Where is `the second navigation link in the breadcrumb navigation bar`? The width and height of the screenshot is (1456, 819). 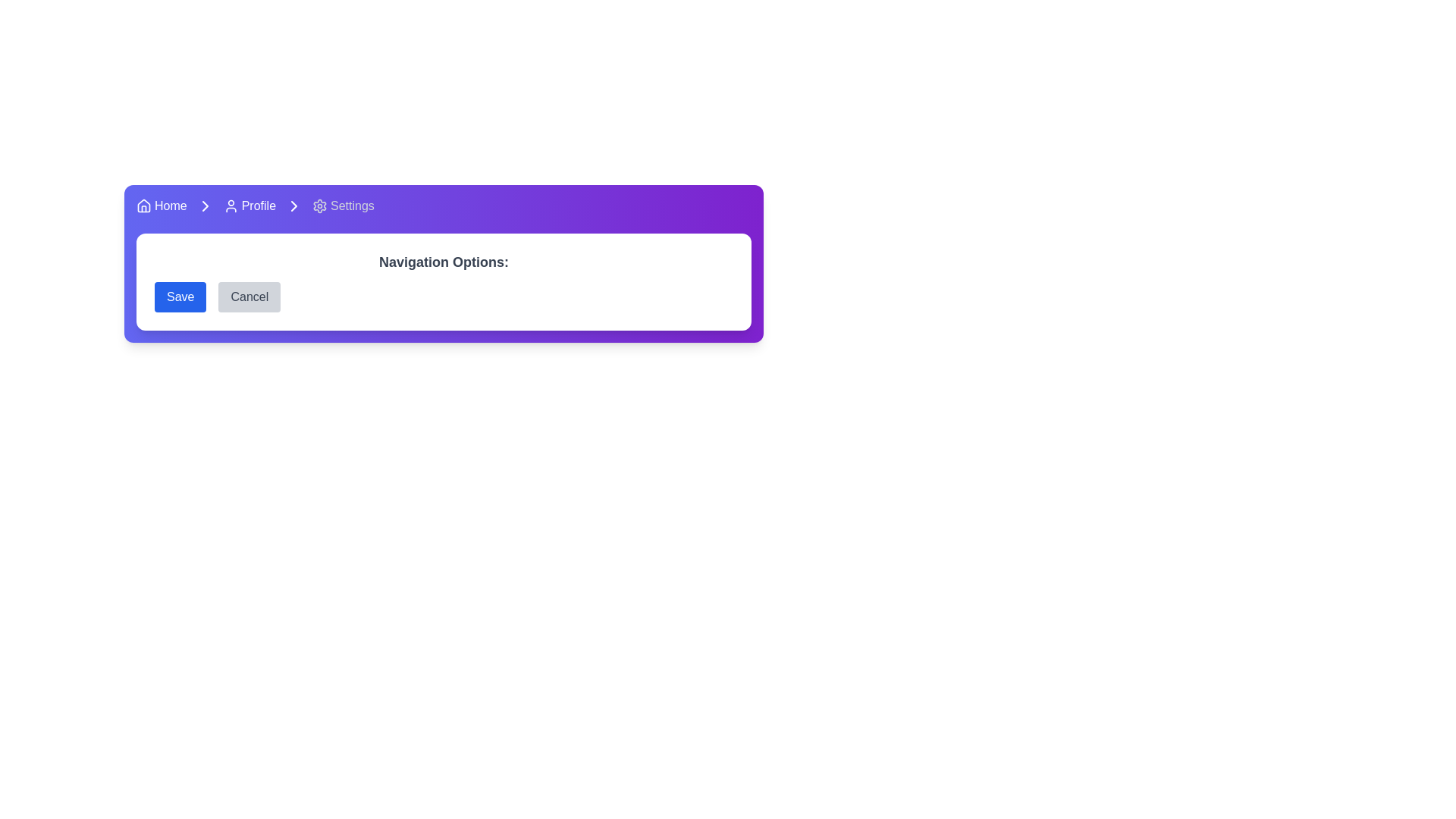
the second navigation link in the breadcrumb navigation bar is located at coordinates (249, 206).